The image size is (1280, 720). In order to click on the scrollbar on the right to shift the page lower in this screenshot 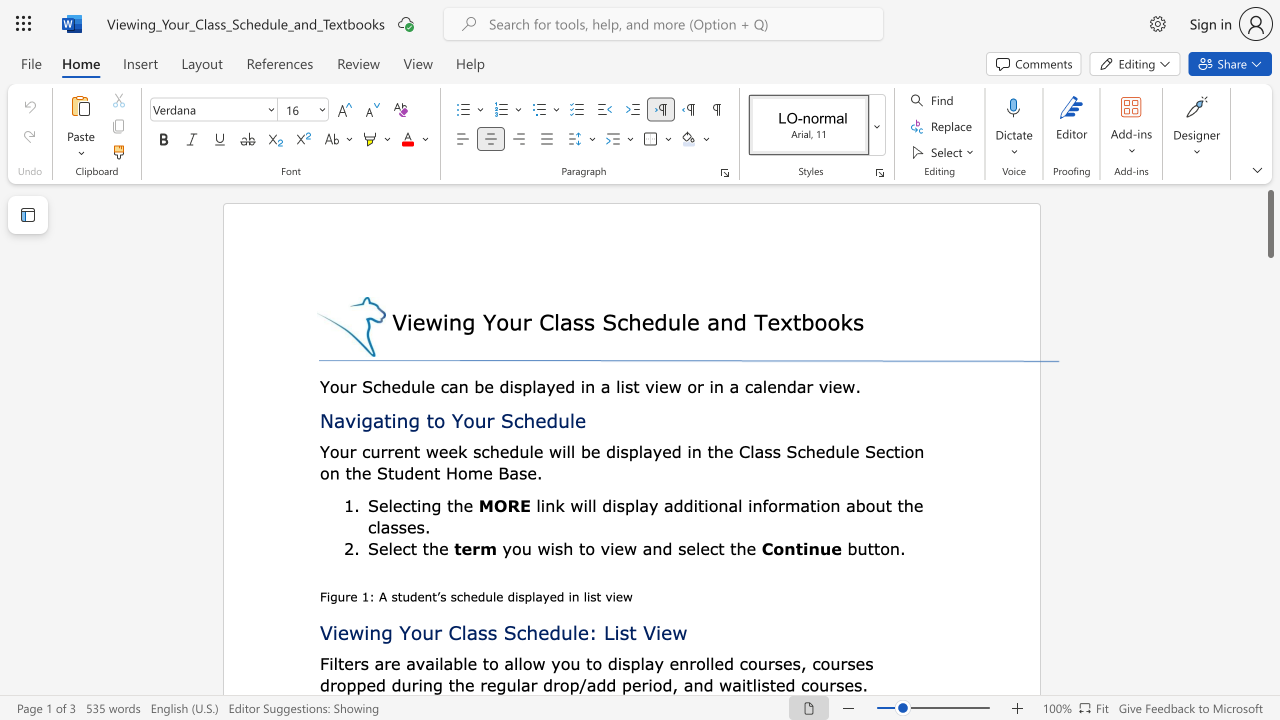, I will do `click(1269, 450)`.